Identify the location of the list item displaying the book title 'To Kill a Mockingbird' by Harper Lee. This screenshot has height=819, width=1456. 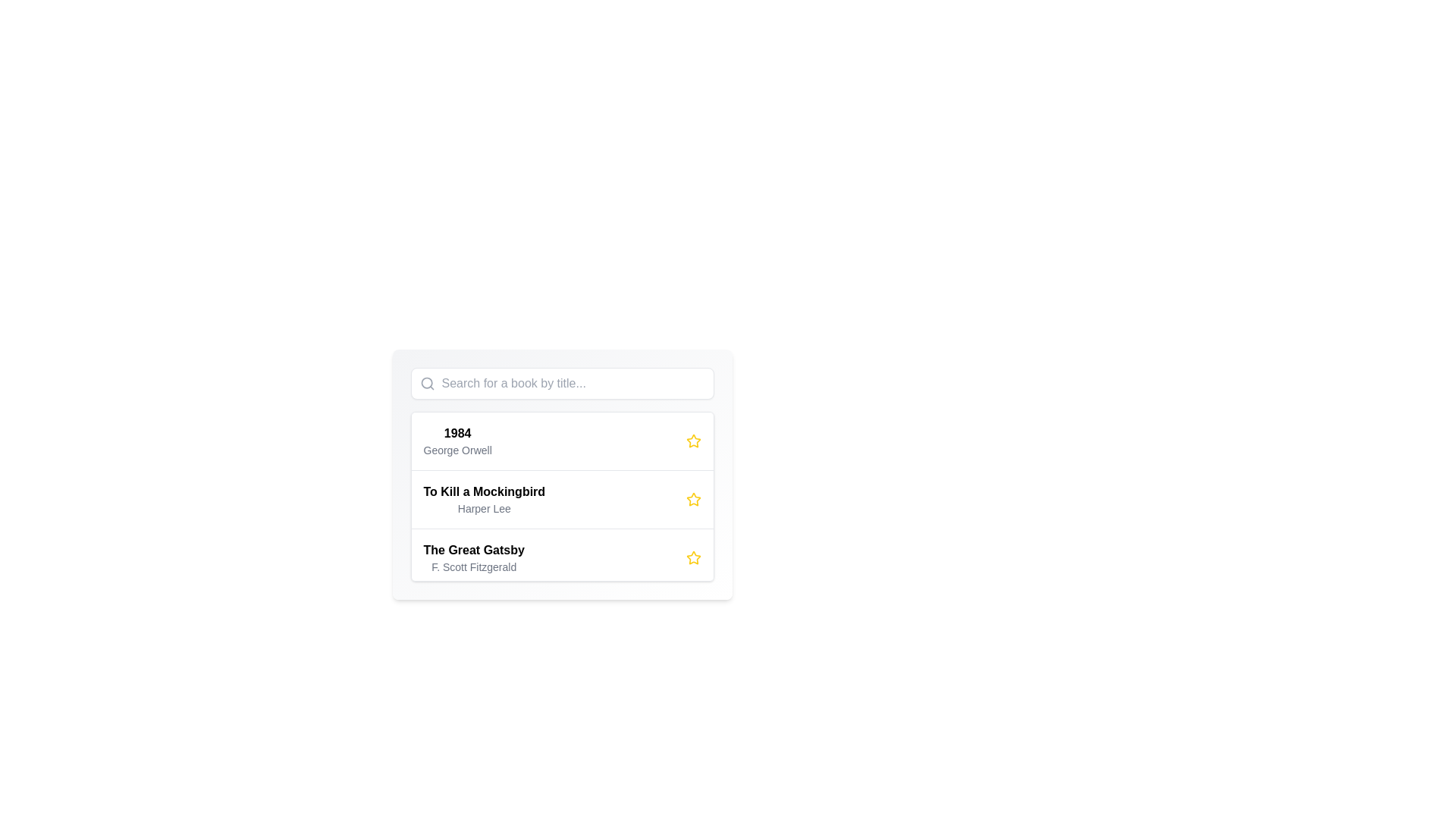
(561, 497).